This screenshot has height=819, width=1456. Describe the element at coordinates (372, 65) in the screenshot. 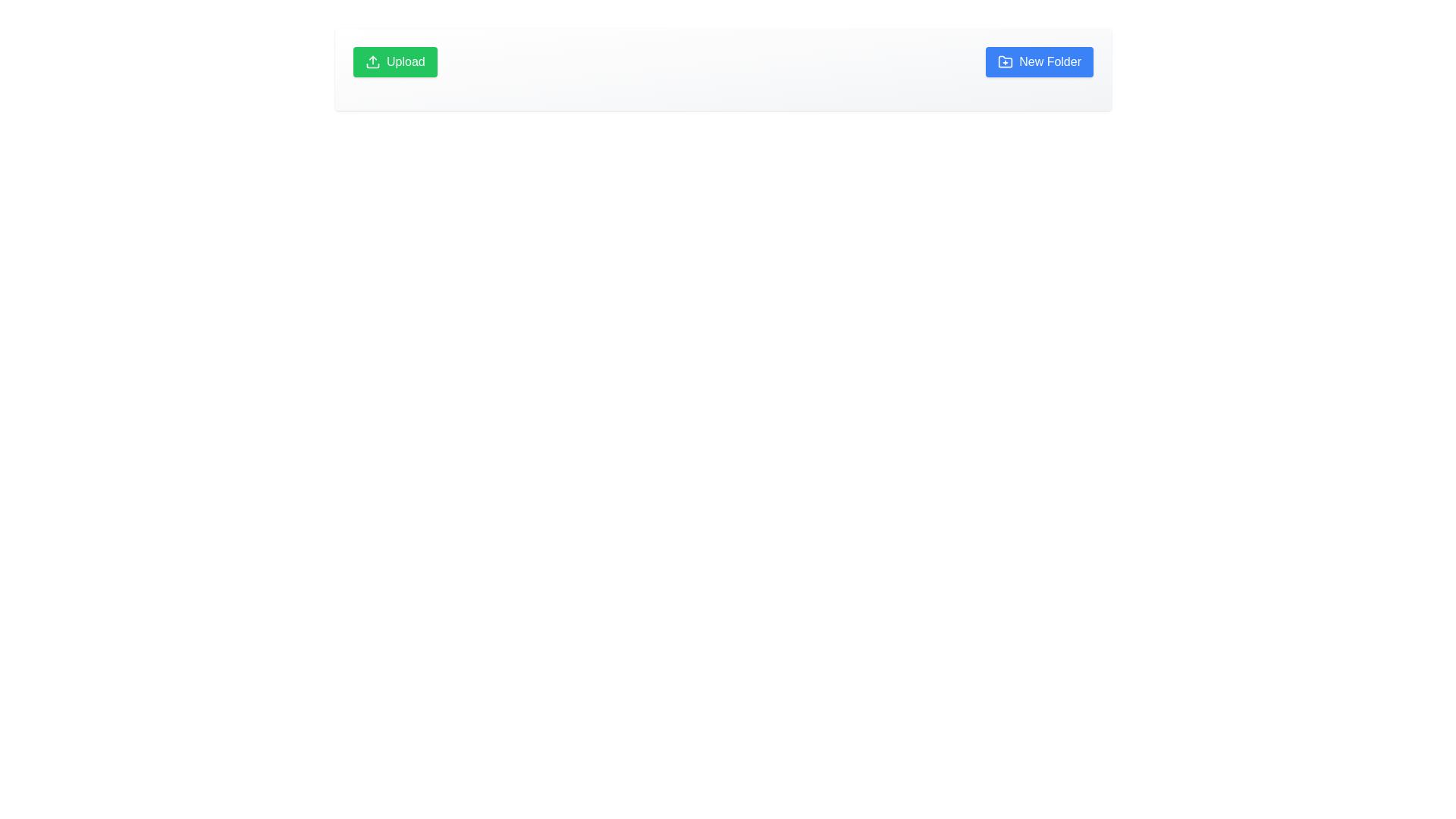

I see `graphical icon component representing the 'Upload' action, which is part of a green button and located to the left of the 'Upload' label` at that location.